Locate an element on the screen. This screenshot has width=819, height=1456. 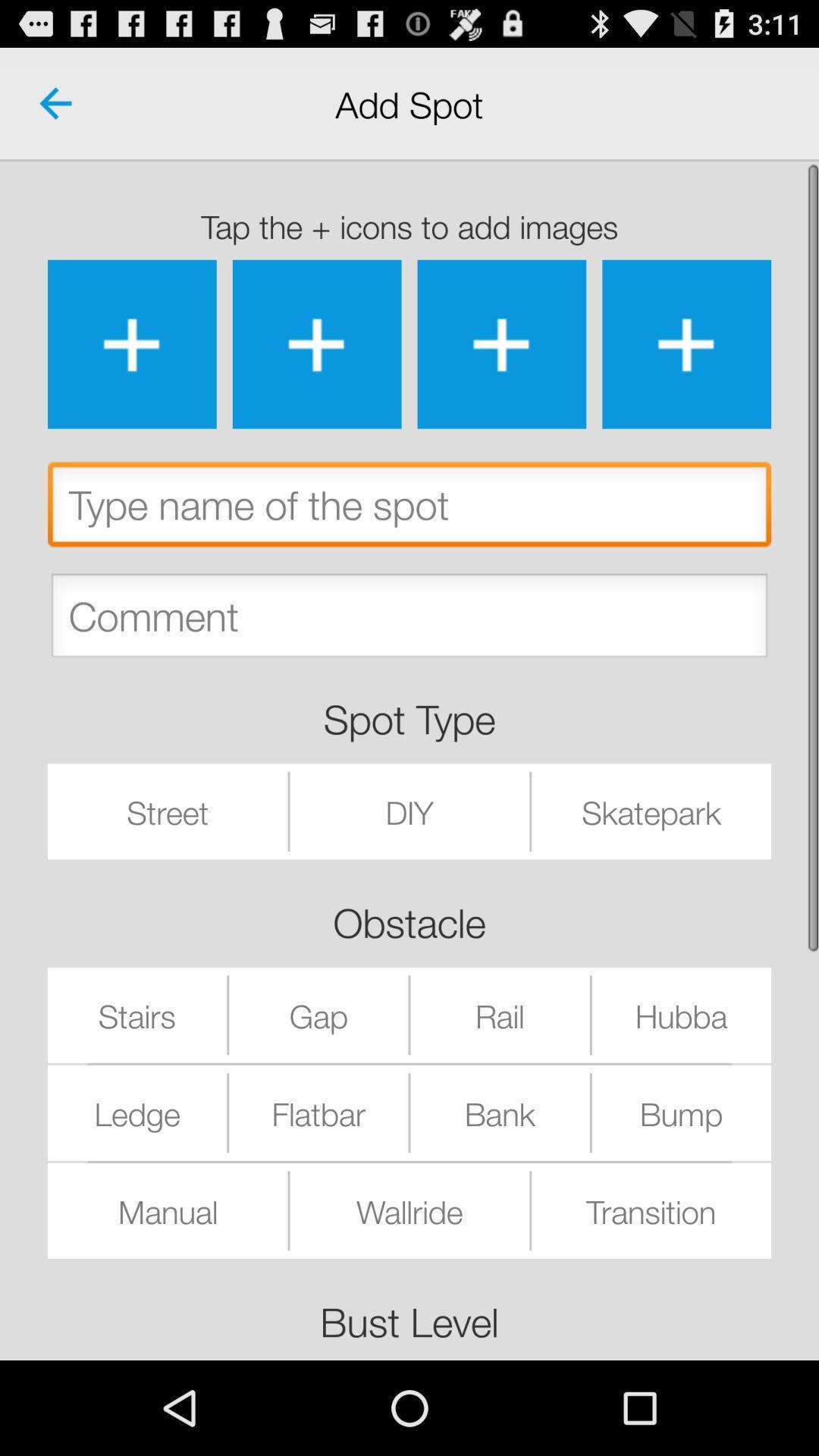
type name row is located at coordinates (409, 508).